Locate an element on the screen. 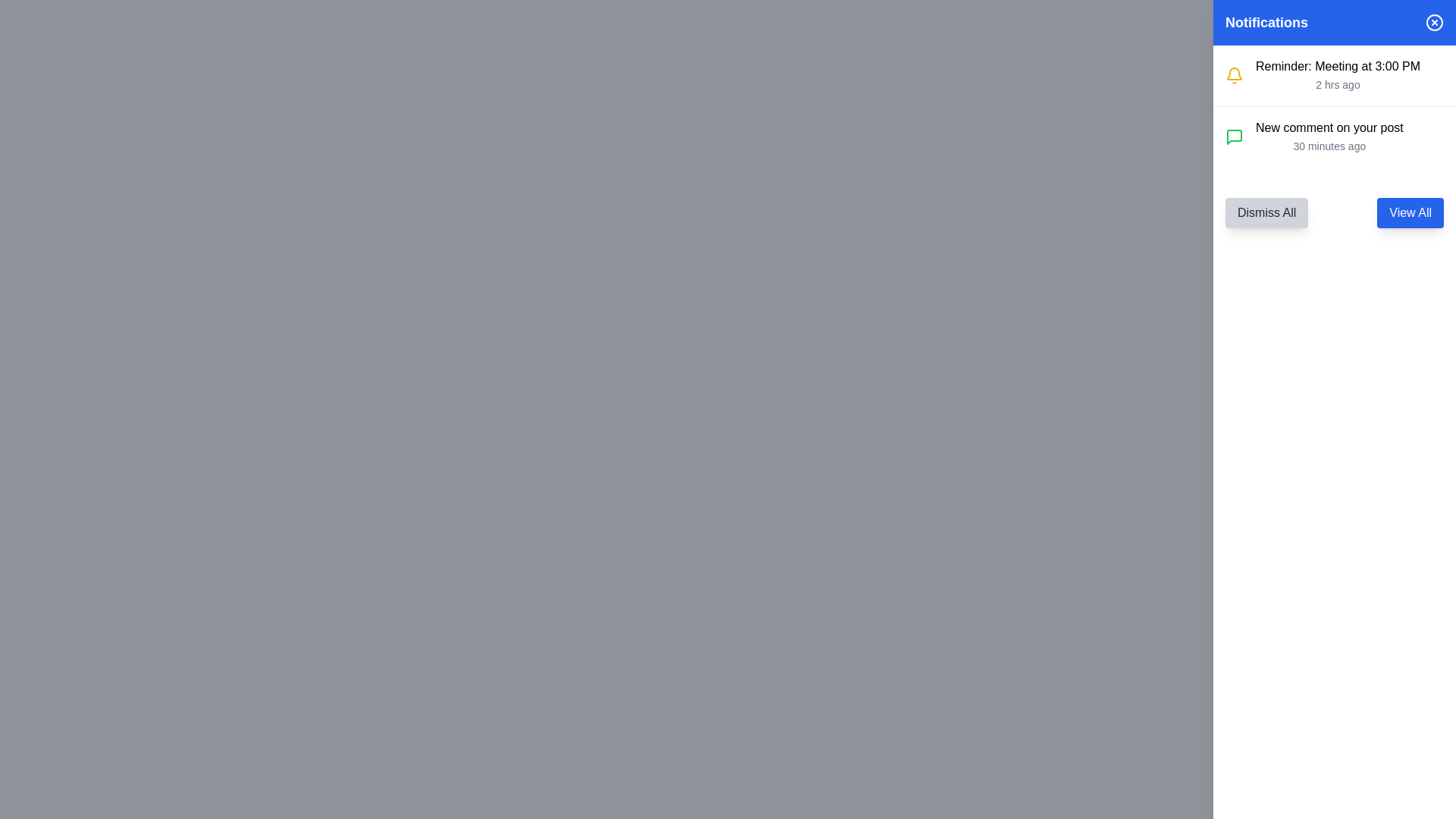  the text label displaying the time elapsed since the associated notification was received, which is located below the 'Reminder: Meeting at 3:00 PM.' text in the notifications panel is located at coordinates (1338, 84).